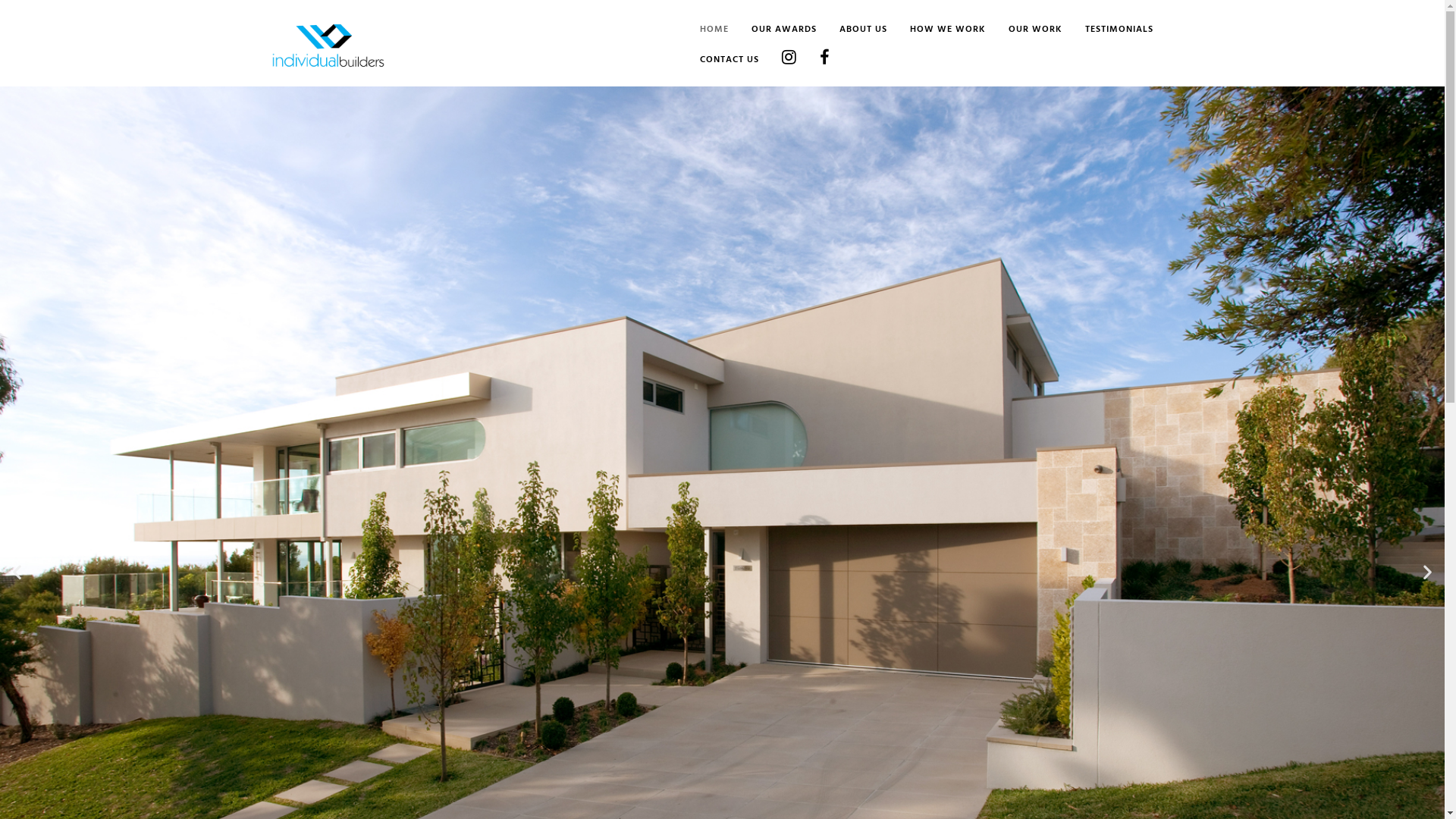 This screenshot has width=1456, height=819. What do you see at coordinates (1106, 30) in the screenshot?
I see `'TESTIMONIALS'` at bounding box center [1106, 30].